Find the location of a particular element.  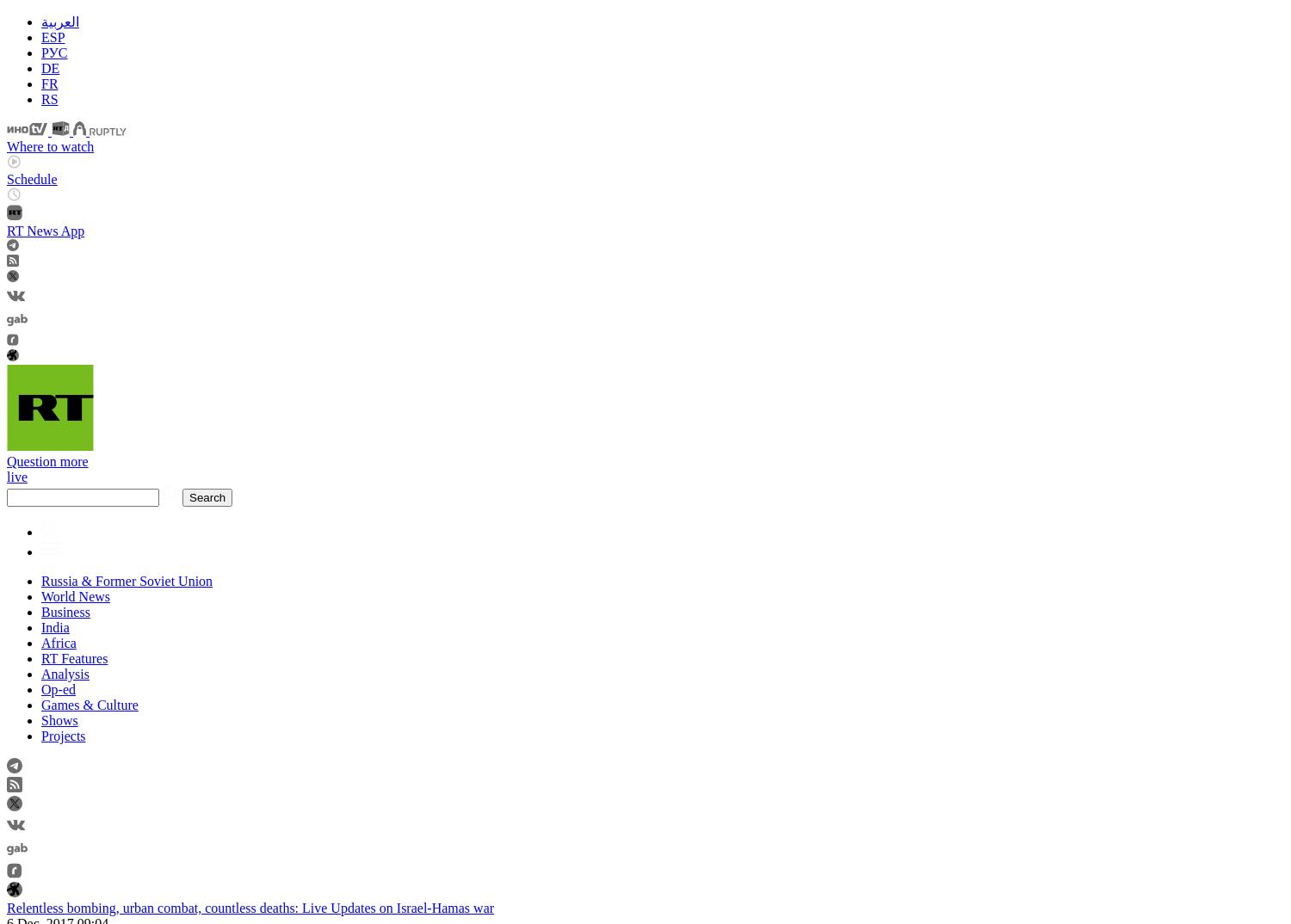

'live' is located at coordinates (16, 475).